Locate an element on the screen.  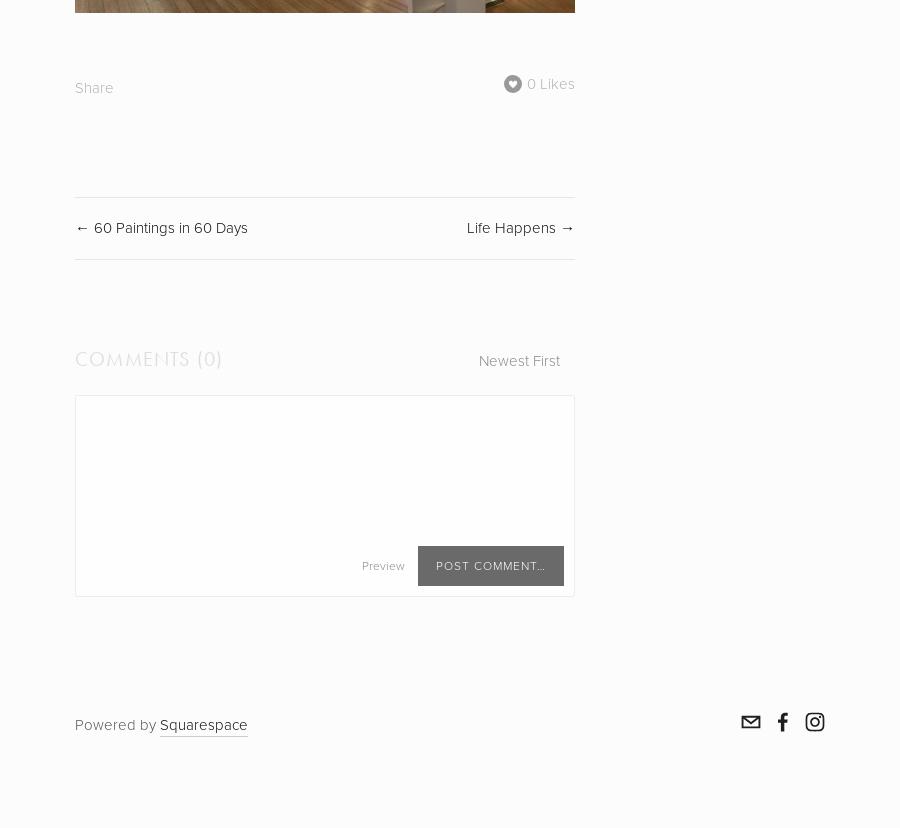
'Newest First' is located at coordinates (477, 360).